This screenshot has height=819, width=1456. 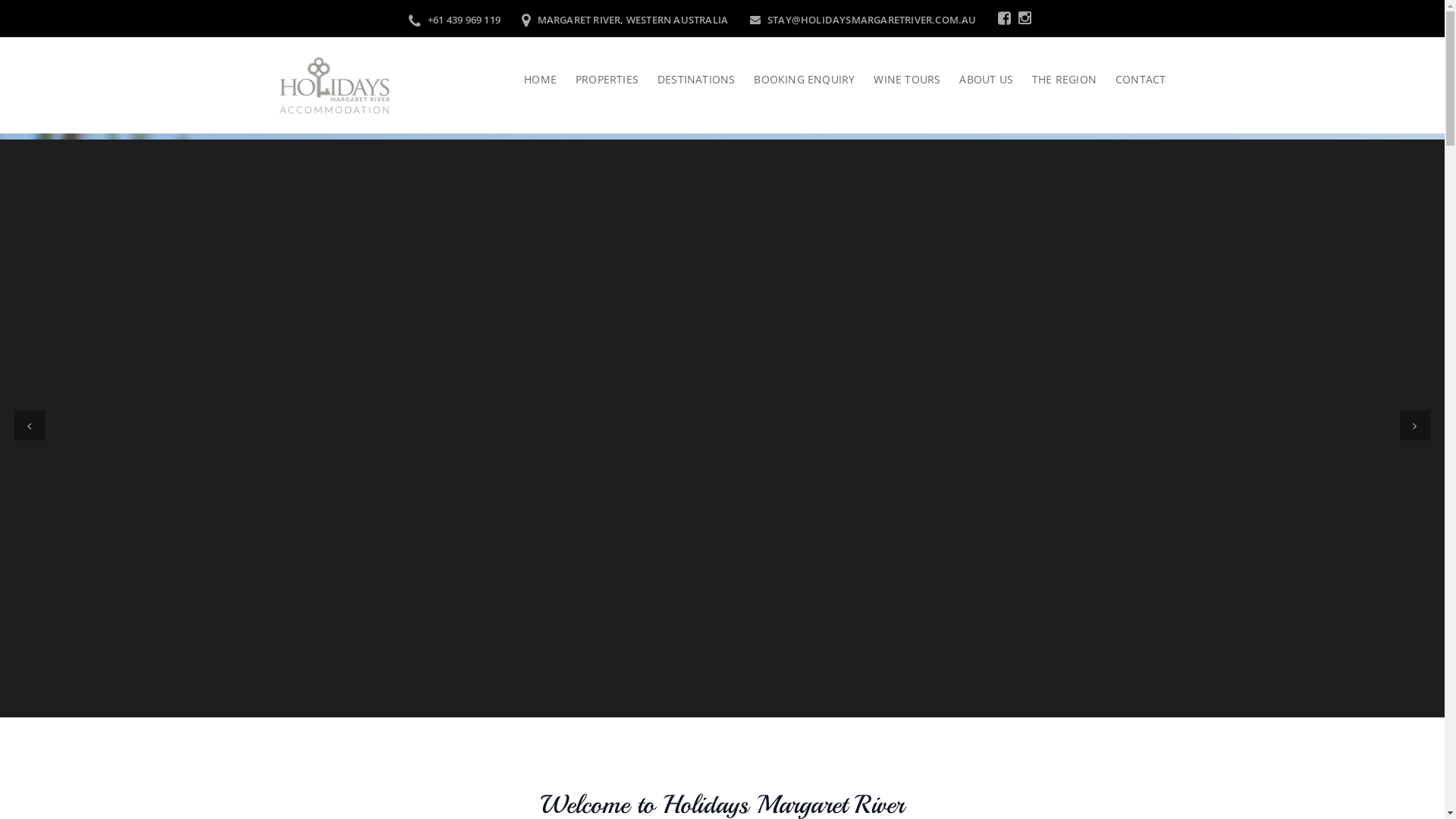 What do you see at coordinates (939, 79) in the screenshot?
I see `'ABOUT US'` at bounding box center [939, 79].